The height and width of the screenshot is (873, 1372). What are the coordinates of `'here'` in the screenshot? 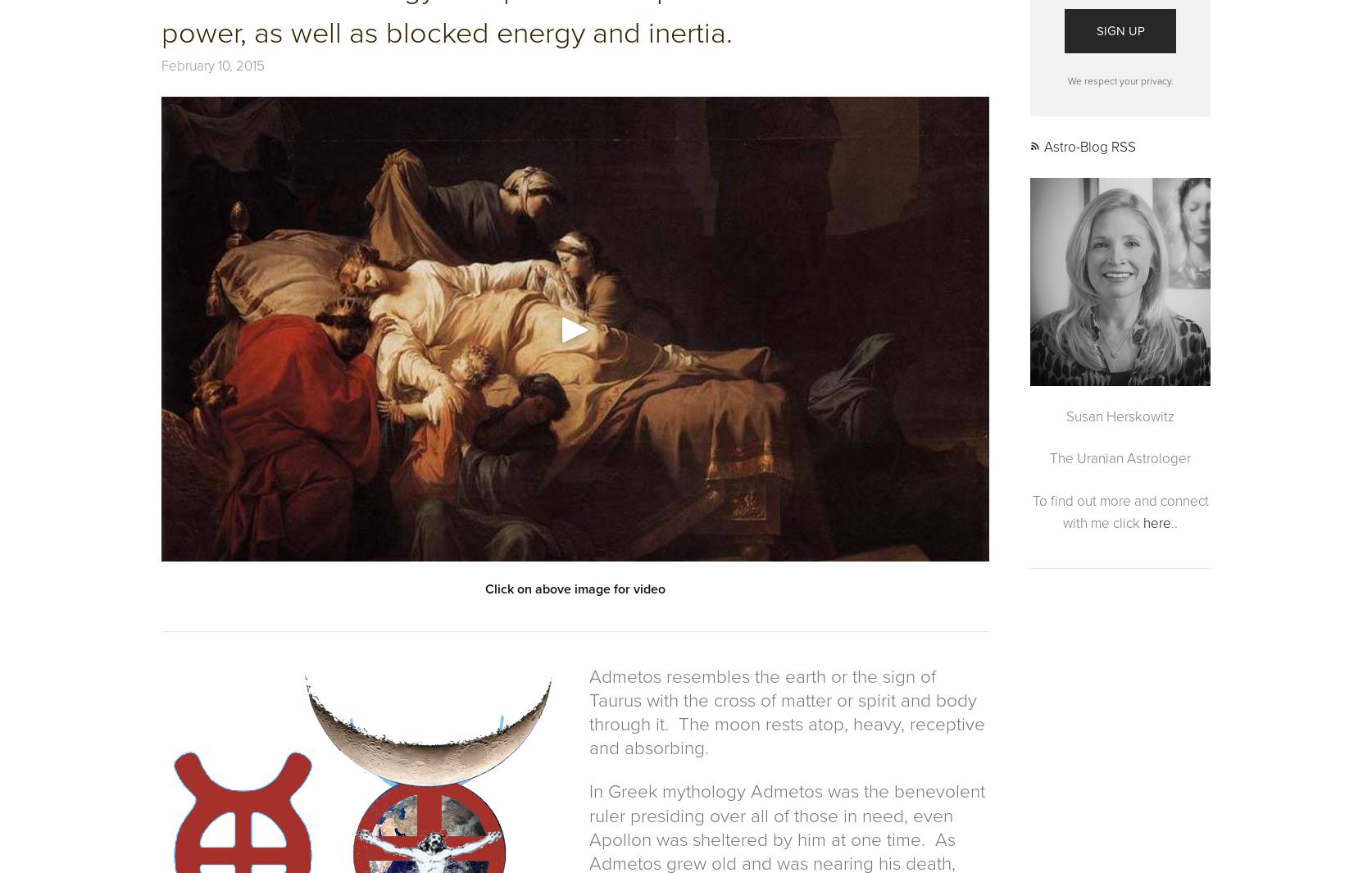 It's located at (1157, 522).